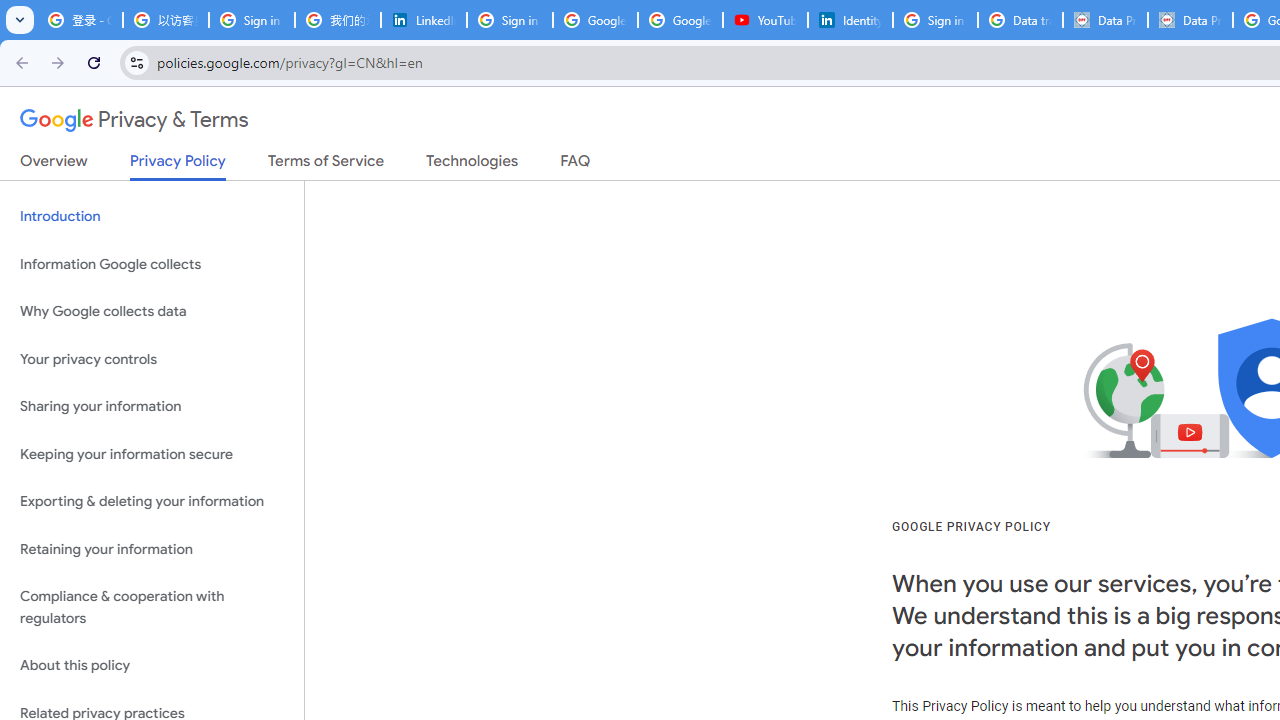 This screenshot has height=720, width=1280. Describe the element at coordinates (934, 20) in the screenshot. I see `'Sign in - Google Accounts'` at that location.